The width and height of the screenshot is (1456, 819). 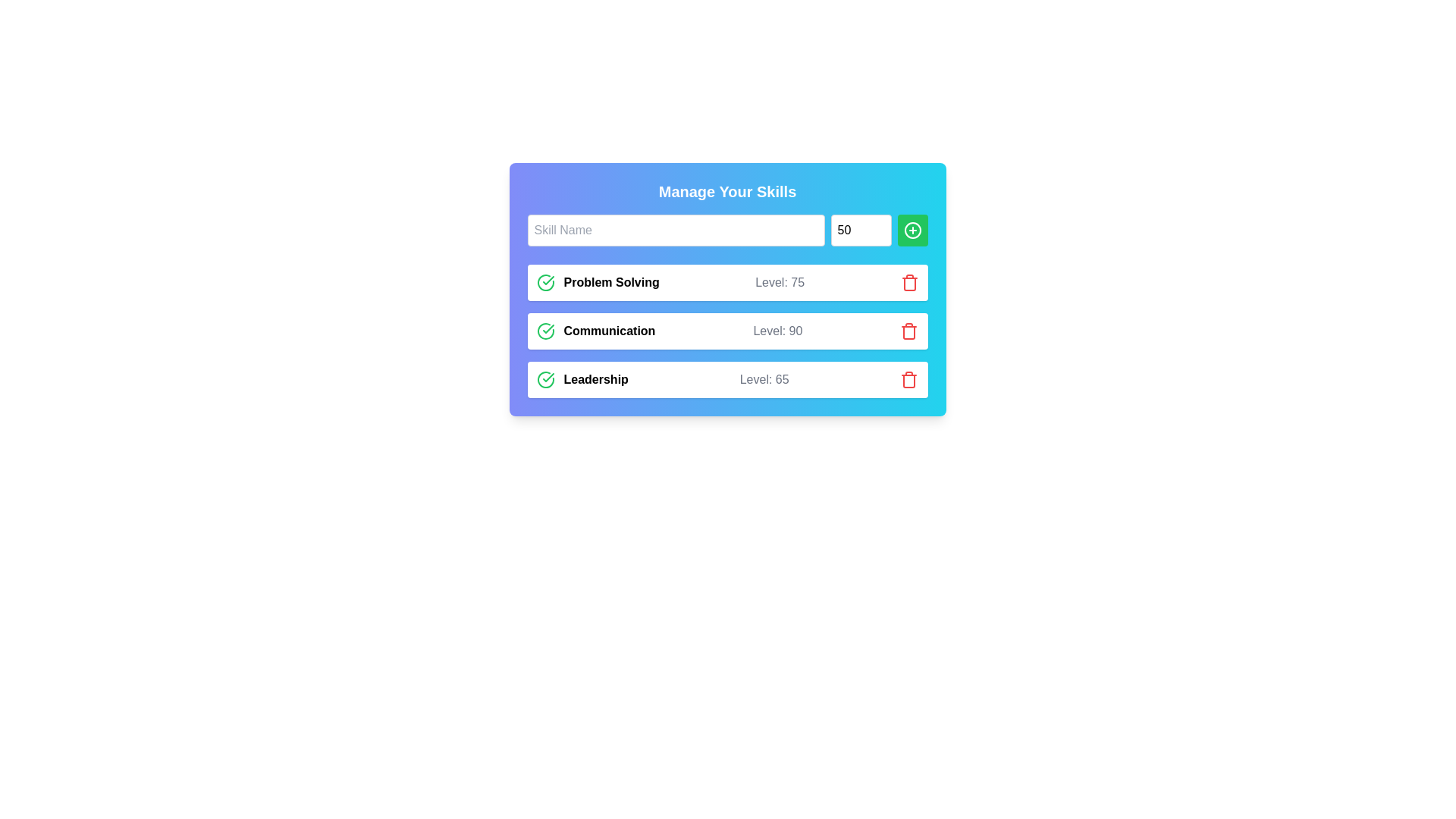 What do you see at coordinates (611, 283) in the screenshot?
I see `the label displaying 'Problem Solving'` at bounding box center [611, 283].